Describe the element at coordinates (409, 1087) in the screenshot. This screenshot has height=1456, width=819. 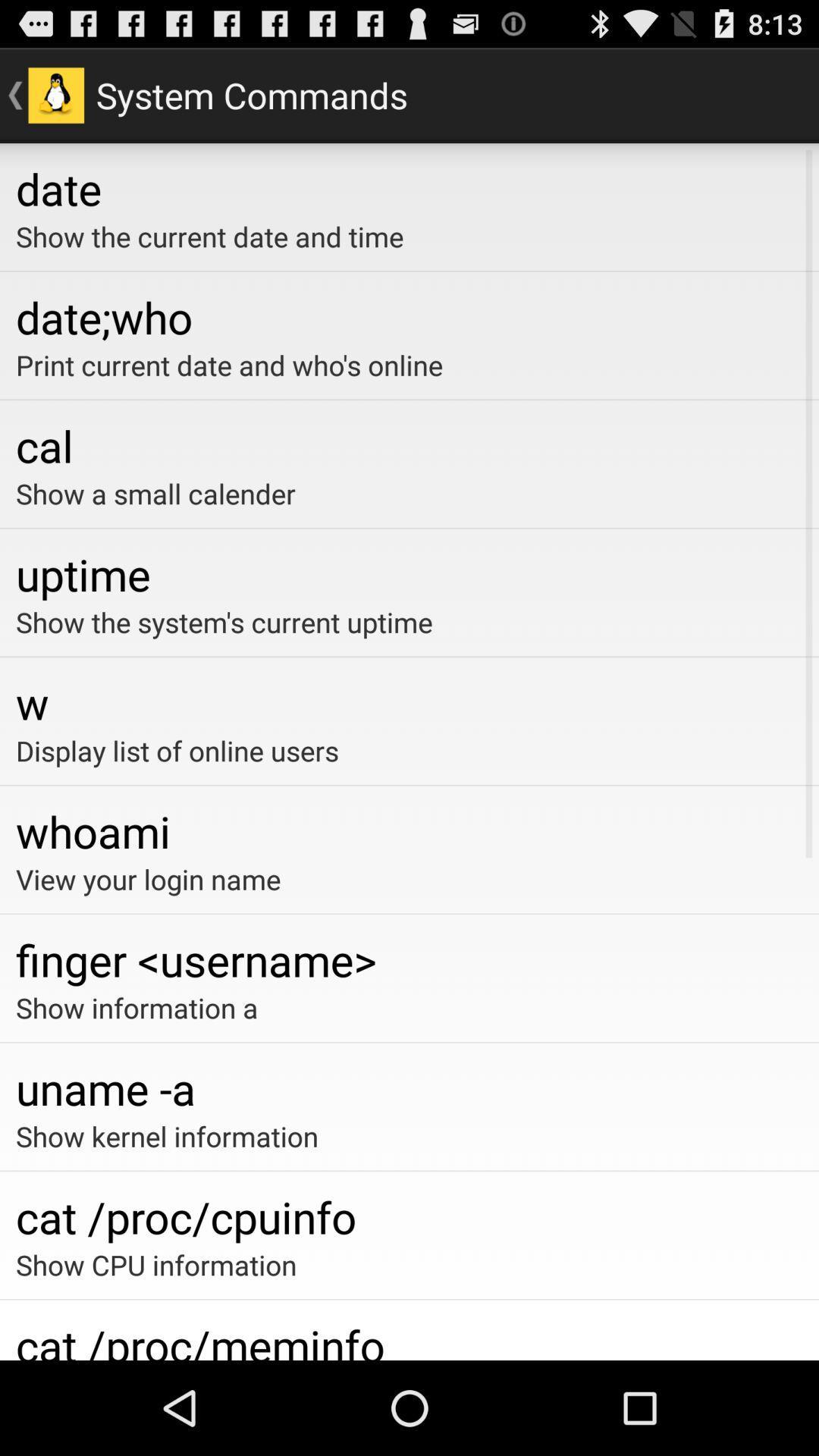
I see `the app above show kernel information app` at that location.